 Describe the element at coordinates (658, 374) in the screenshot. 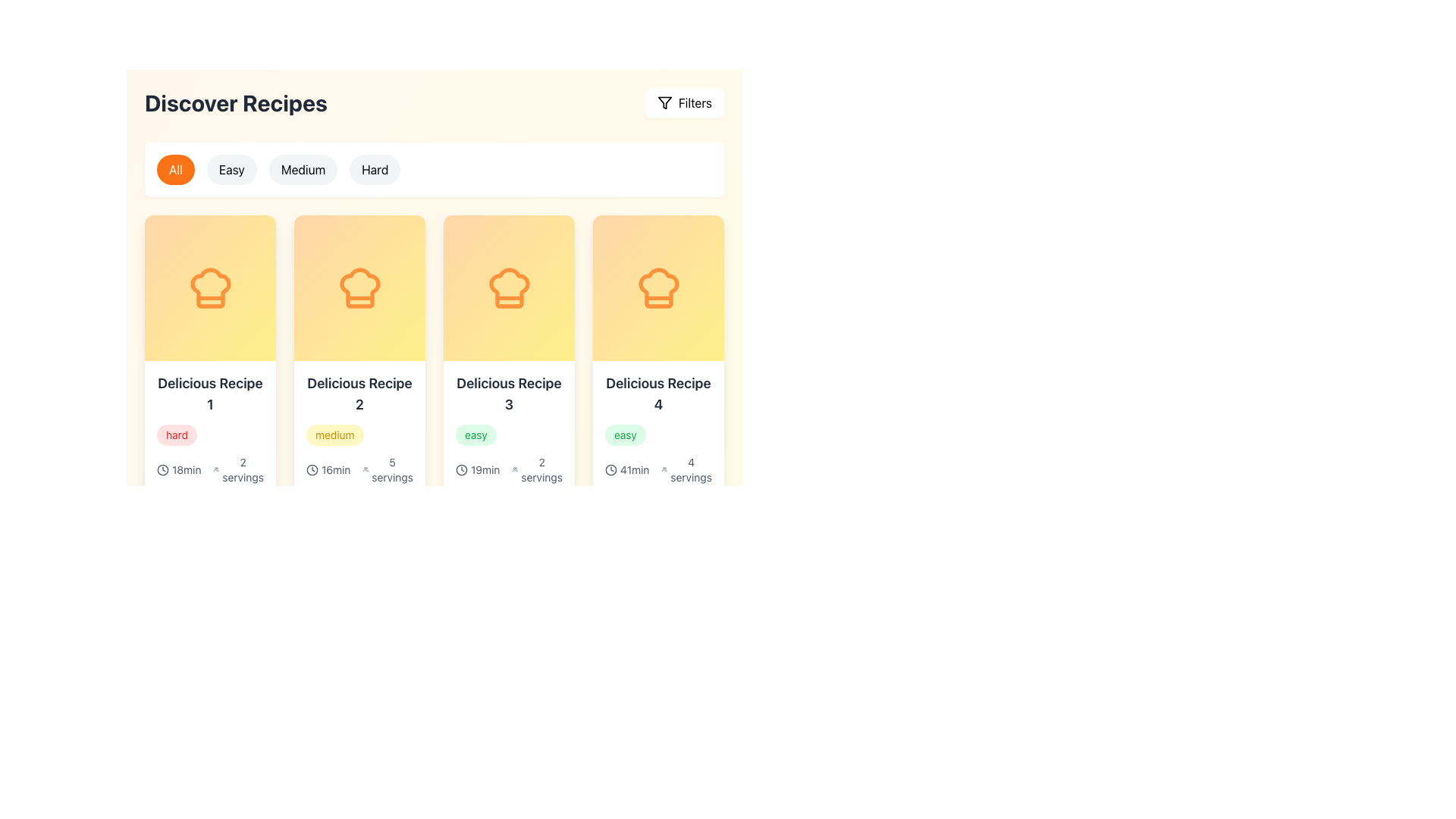

I see `the fourth recipe card in the grid layout` at that location.